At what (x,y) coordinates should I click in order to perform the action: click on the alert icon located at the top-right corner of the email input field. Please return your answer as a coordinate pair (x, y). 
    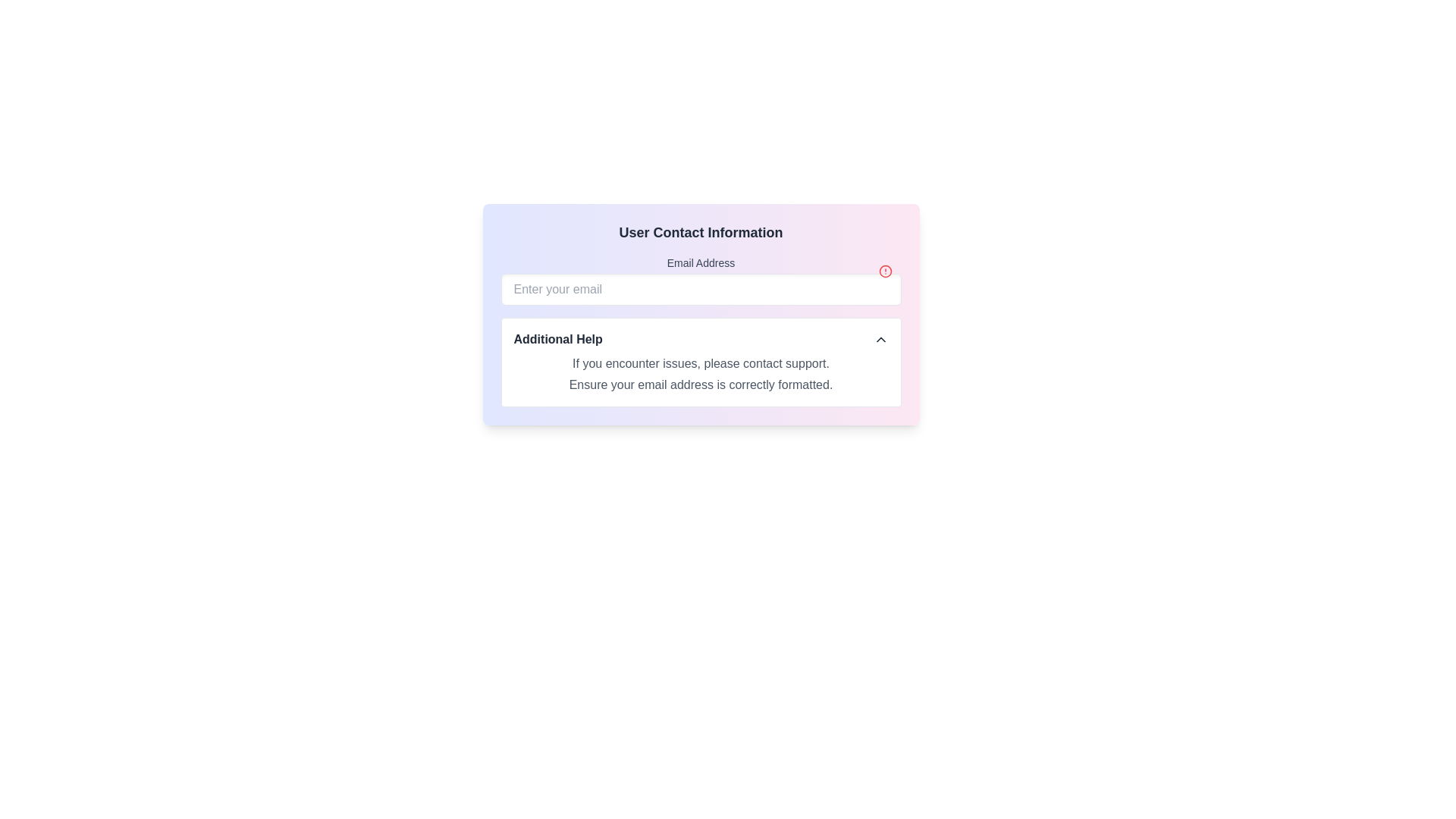
    Looking at the image, I should click on (885, 271).